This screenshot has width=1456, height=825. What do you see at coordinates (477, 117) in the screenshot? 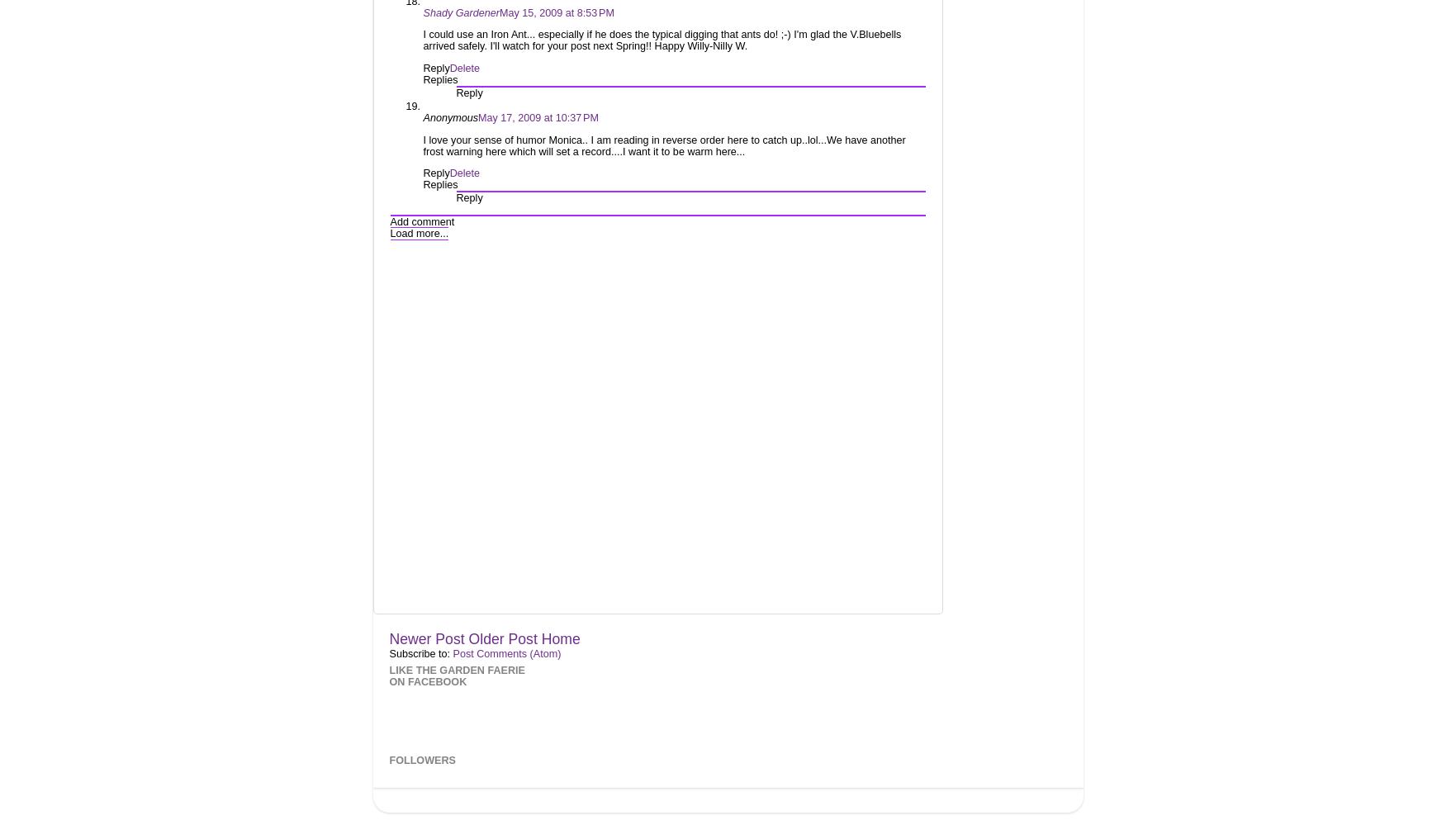
I see `'May 17, 2009 at 10:37 PM'` at bounding box center [477, 117].